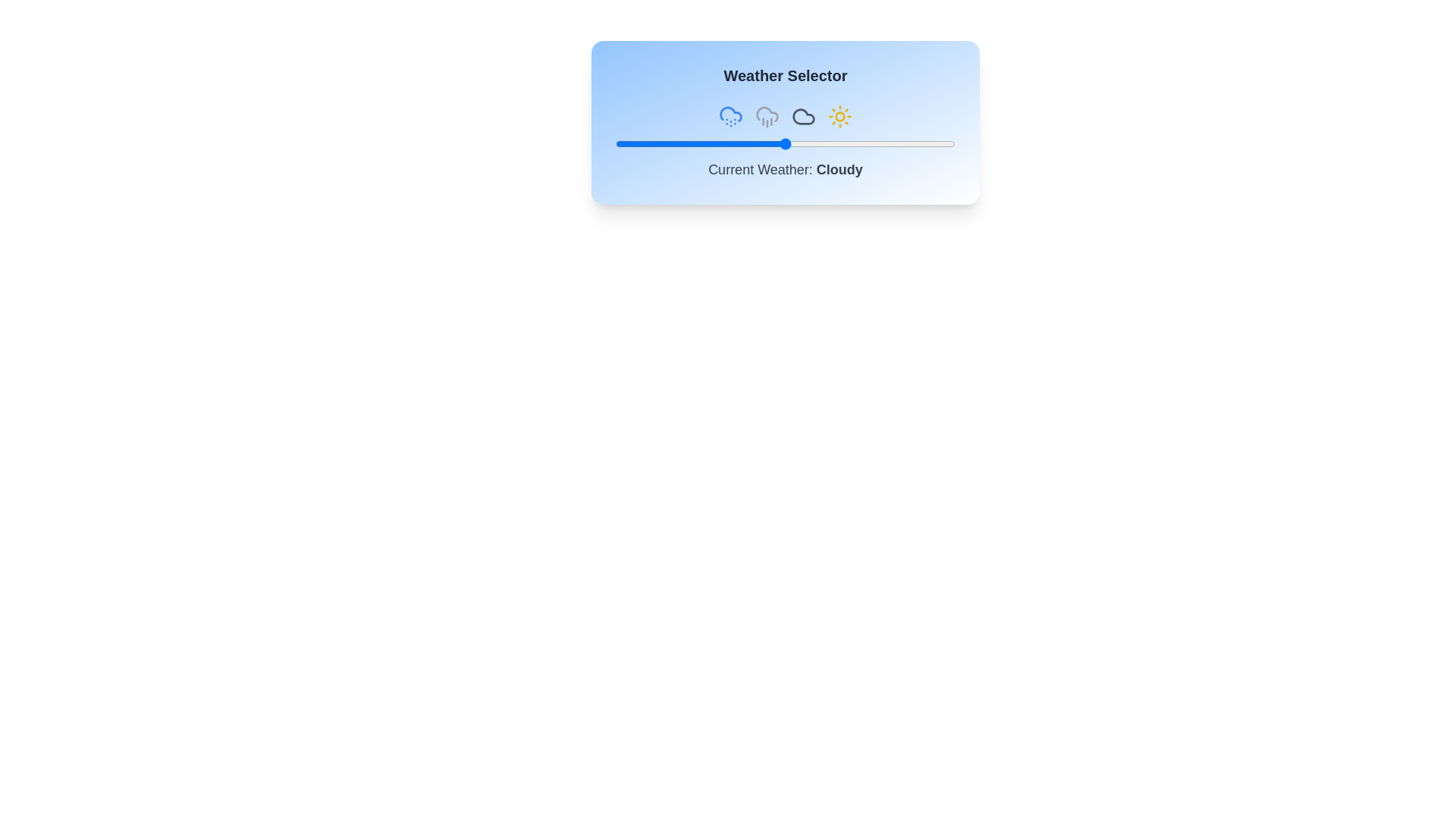 The height and width of the screenshot is (819, 1456). What do you see at coordinates (723, 143) in the screenshot?
I see `the slider to set the weather value to 32` at bounding box center [723, 143].